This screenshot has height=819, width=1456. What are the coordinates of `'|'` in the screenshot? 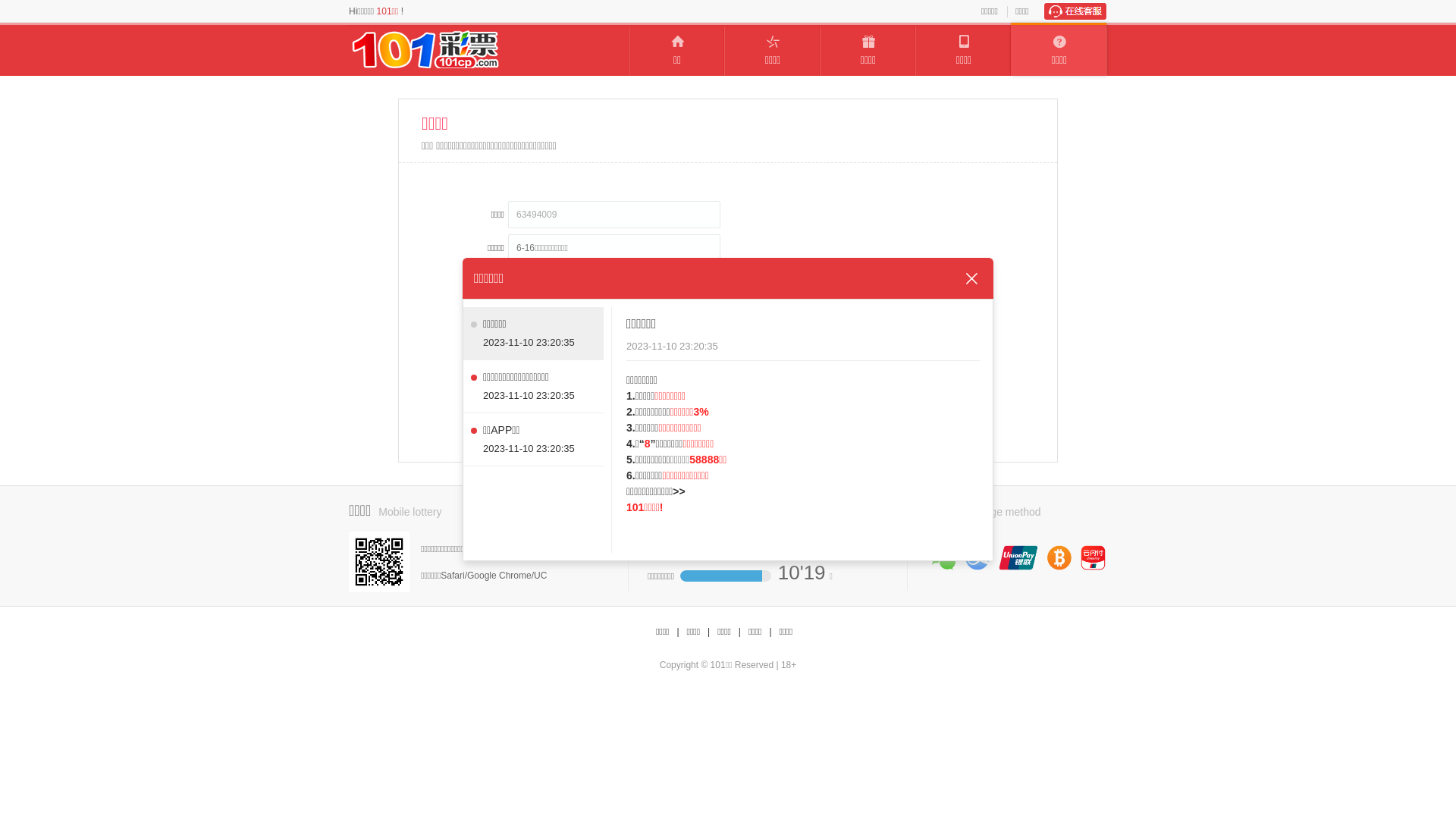 It's located at (676, 632).